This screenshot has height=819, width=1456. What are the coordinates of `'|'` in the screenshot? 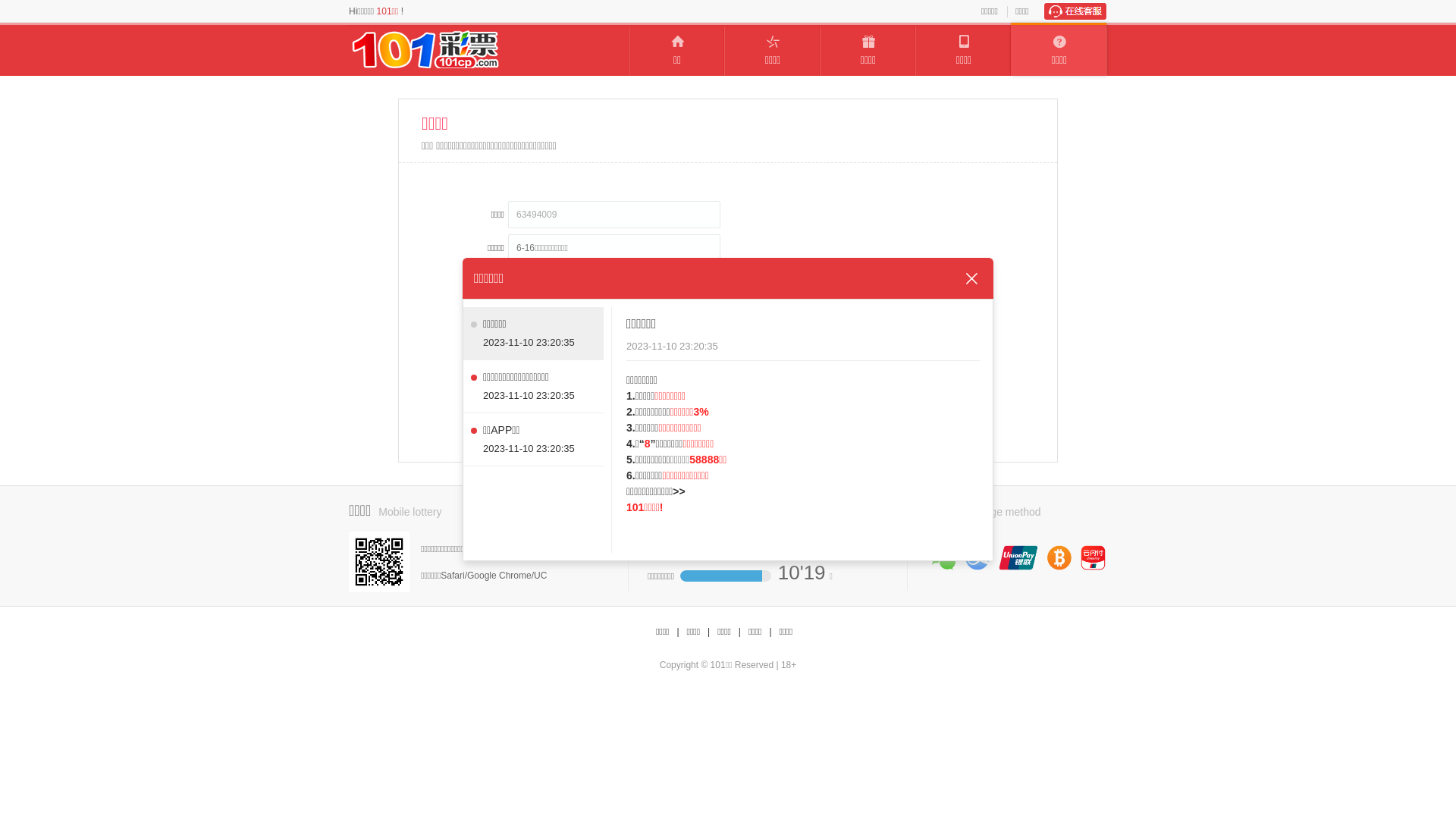 It's located at (676, 632).